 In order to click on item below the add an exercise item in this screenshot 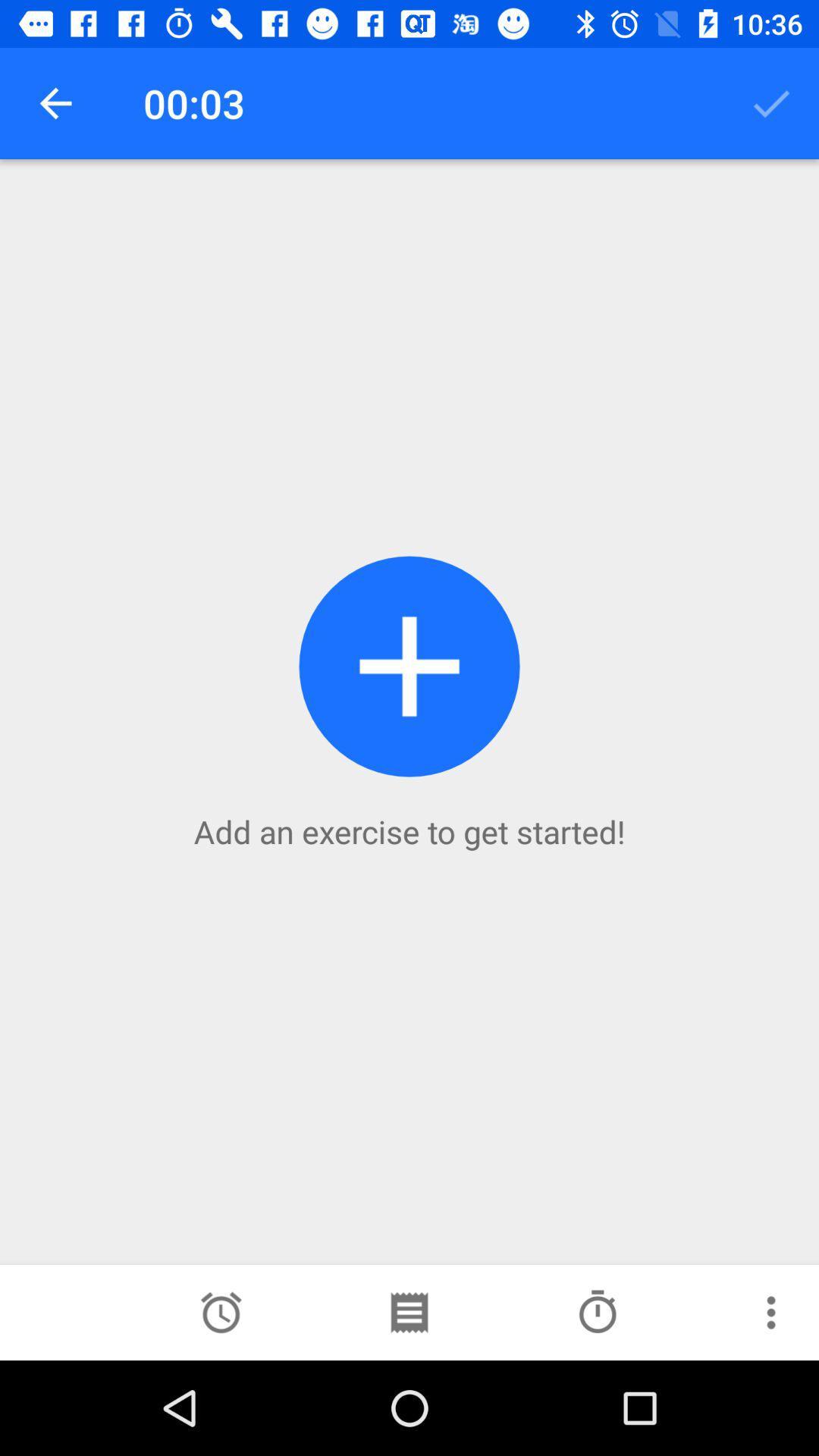, I will do `click(596, 1312)`.